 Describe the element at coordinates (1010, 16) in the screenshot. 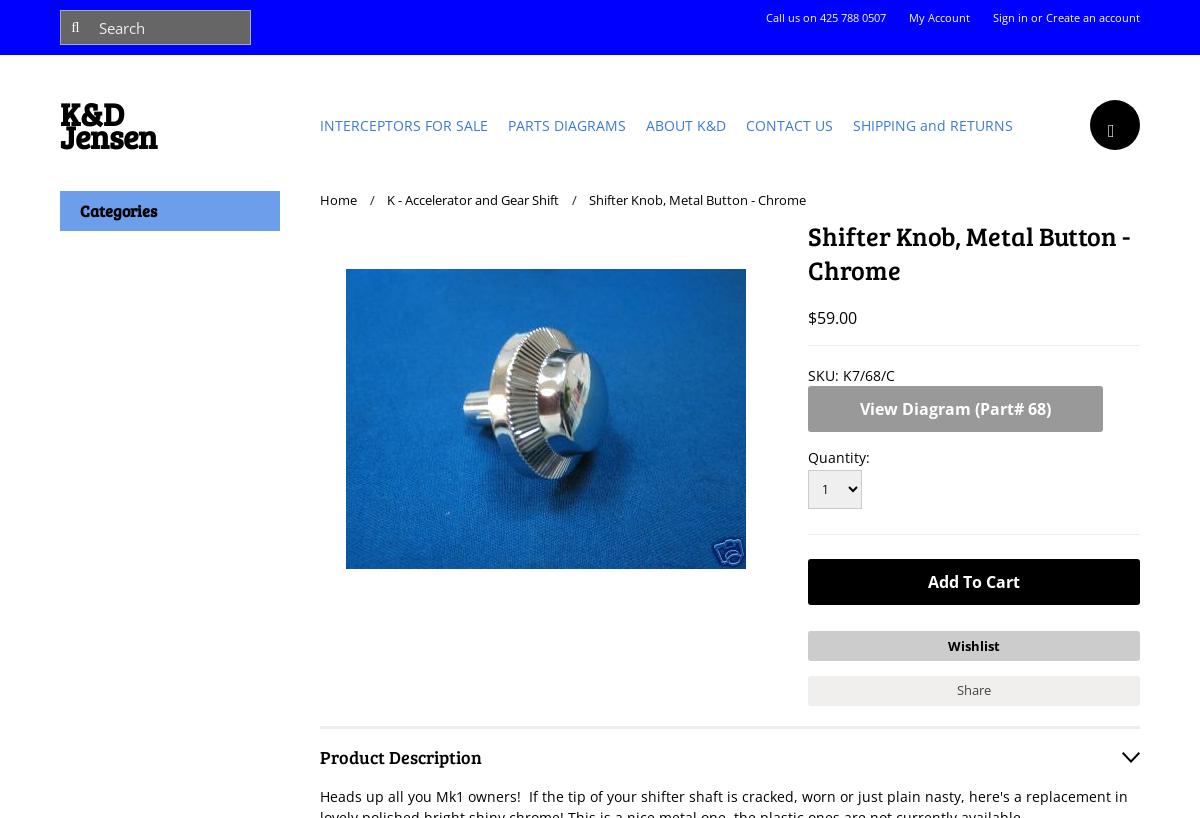

I see `'Sign in'` at that location.